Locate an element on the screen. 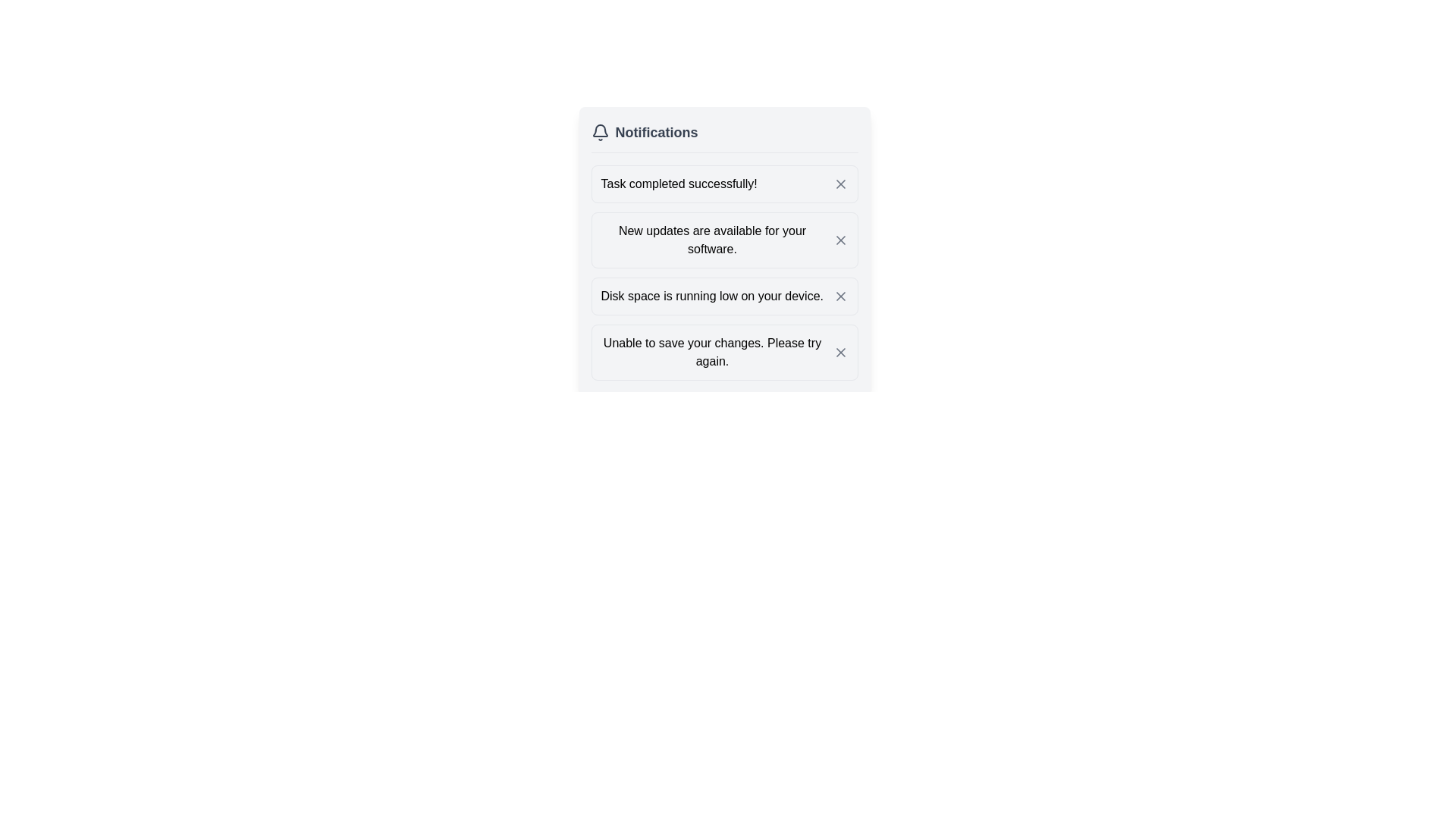  the Close button icon, which is a small gray 'X' button positioned to the far right of the notification panel, aligned with the text 'Task completed successfully!' is located at coordinates (839, 184).